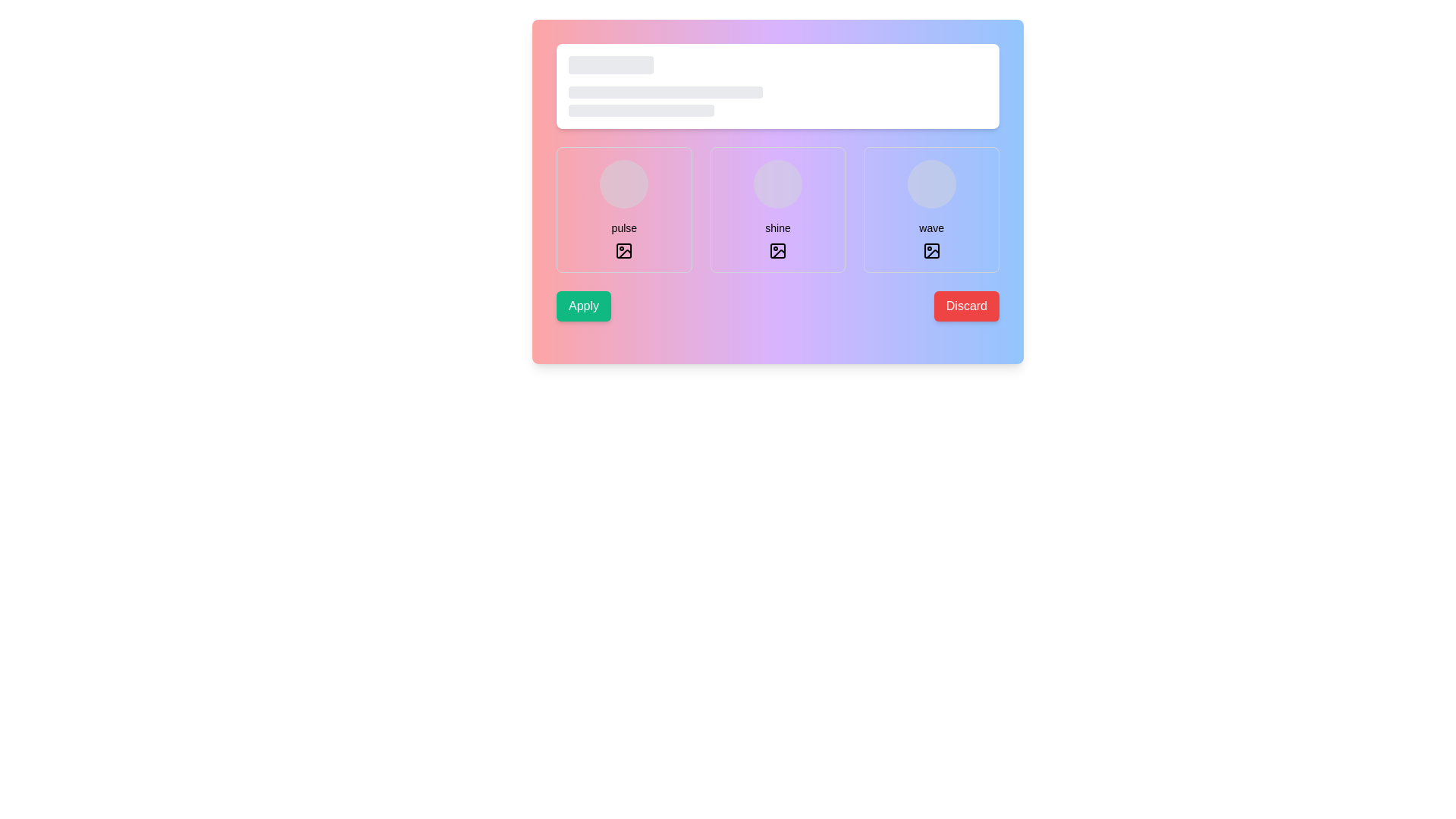 The image size is (1456, 819). I want to click on the 'shine' option card, which is the center card in a grid layout between 'pulse' and 'wave', to select it for further actions, so click(778, 210).